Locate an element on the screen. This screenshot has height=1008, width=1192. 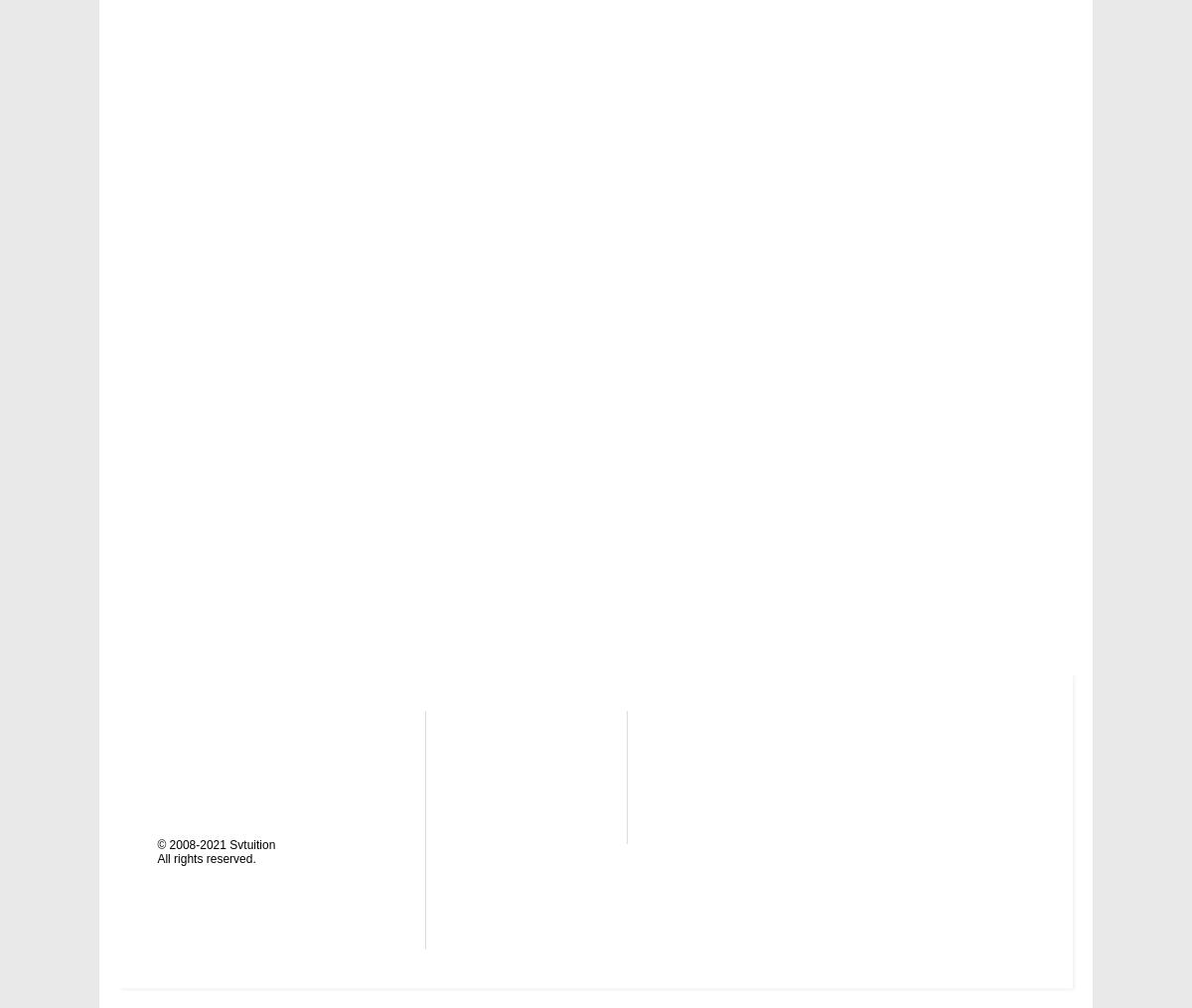
'Facebook' is located at coordinates (699, 810).